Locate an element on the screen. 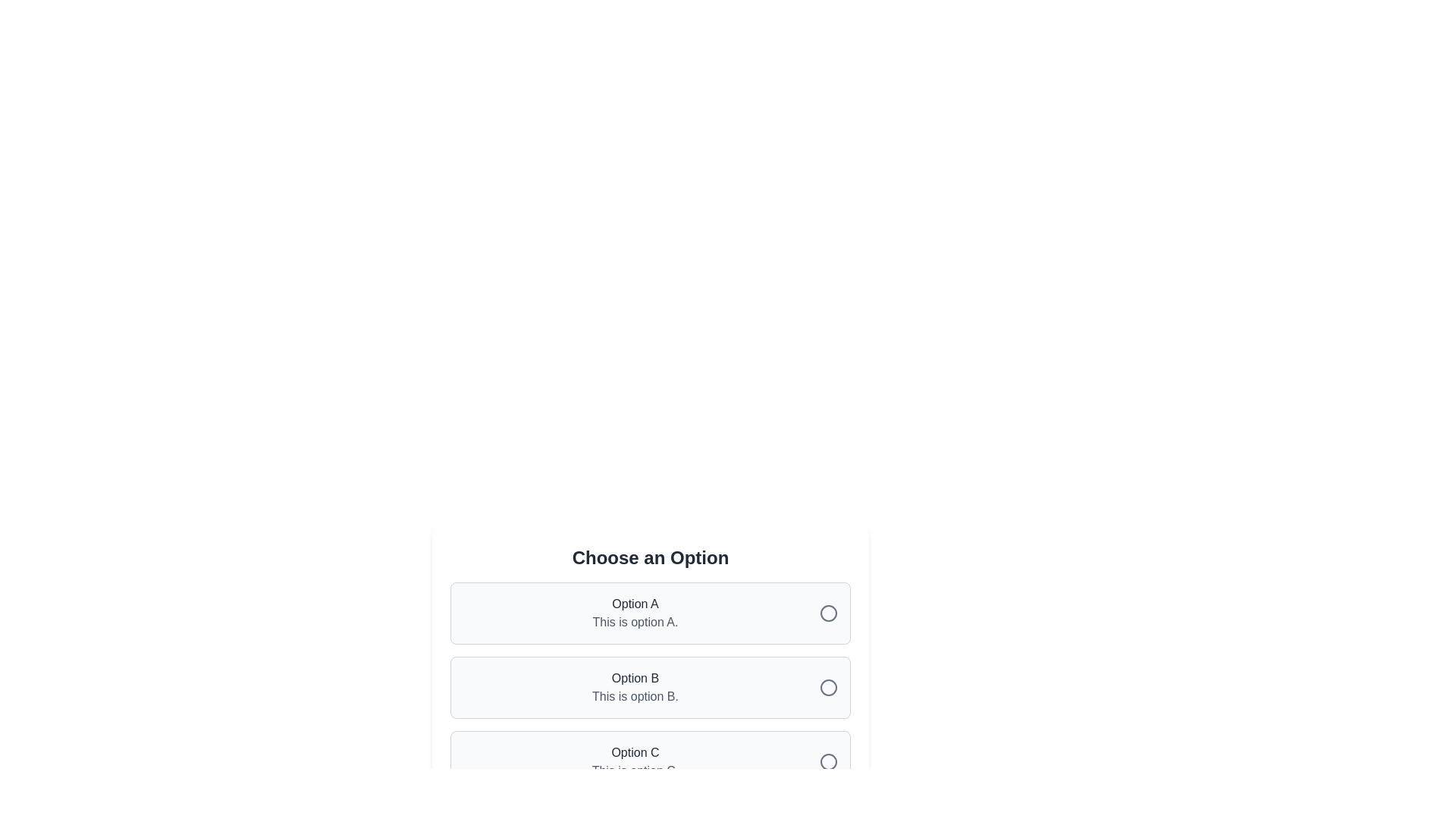  text label that says 'This is option A.' which is styled in lighter gray and positioned below the main title 'Option A.' is located at coordinates (635, 623).